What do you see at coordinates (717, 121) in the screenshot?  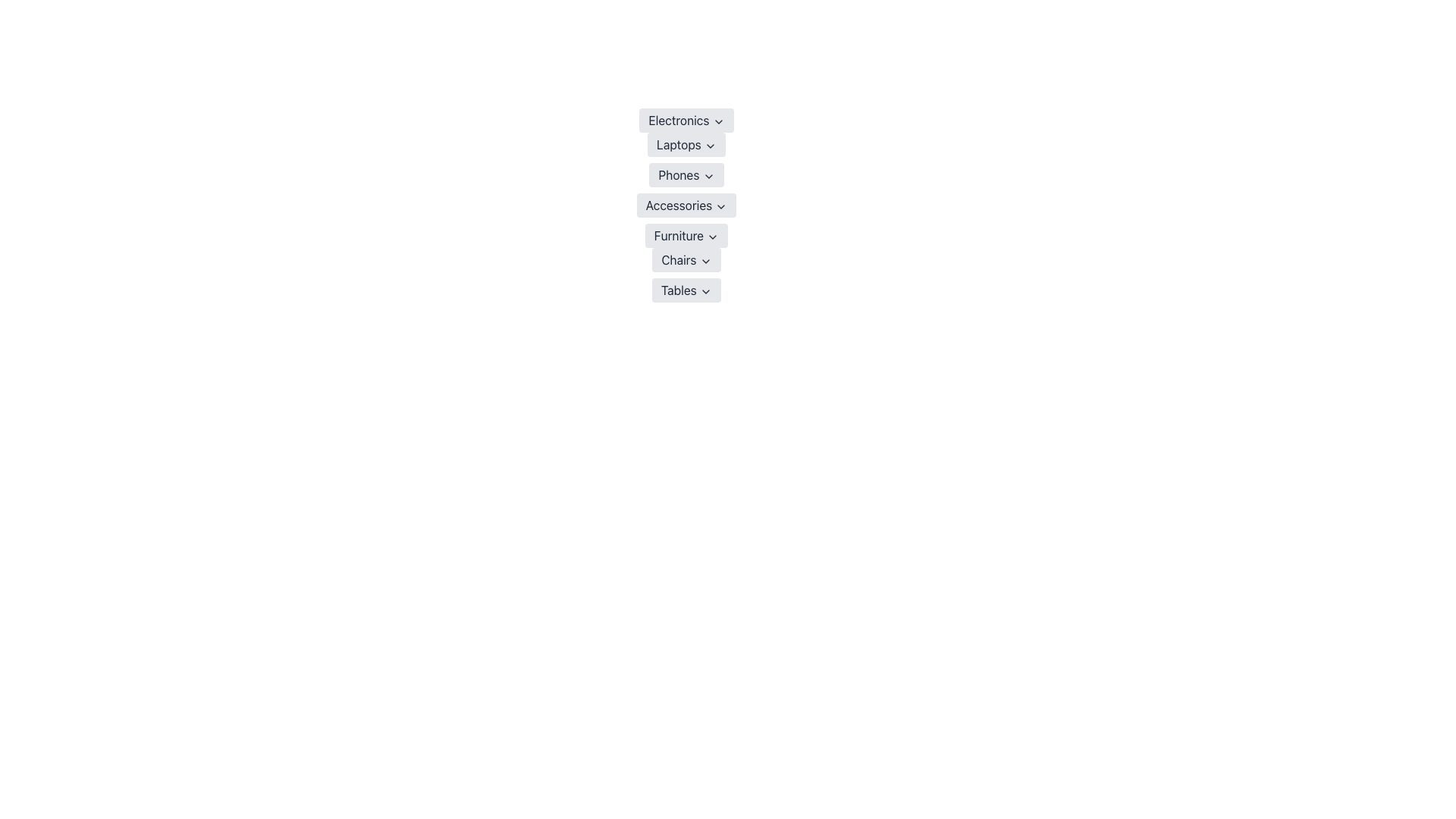 I see `the chevron icon indicating the dropdown menu for the 'Electronics' category` at bounding box center [717, 121].